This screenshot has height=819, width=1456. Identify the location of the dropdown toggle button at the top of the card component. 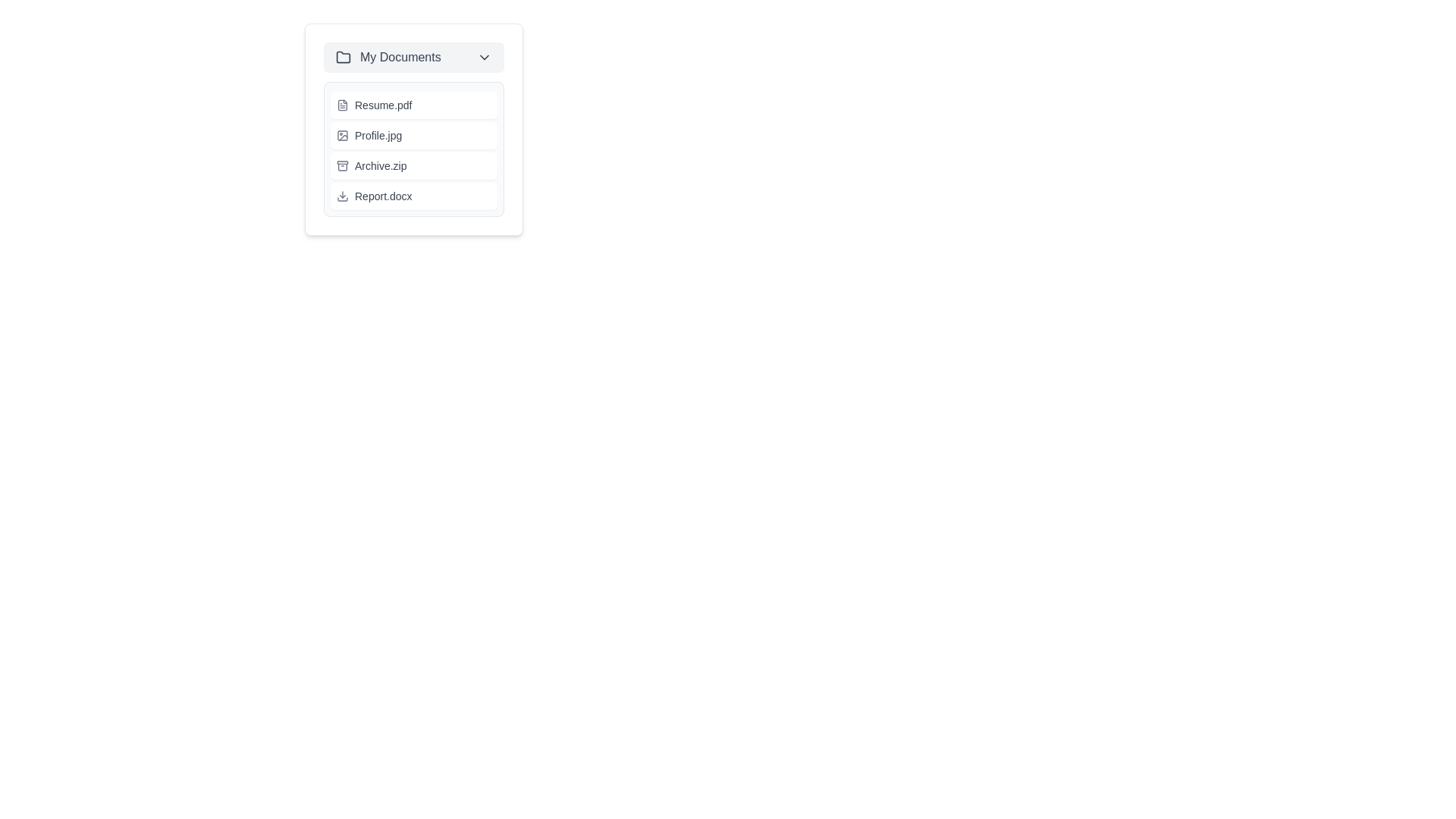
(414, 57).